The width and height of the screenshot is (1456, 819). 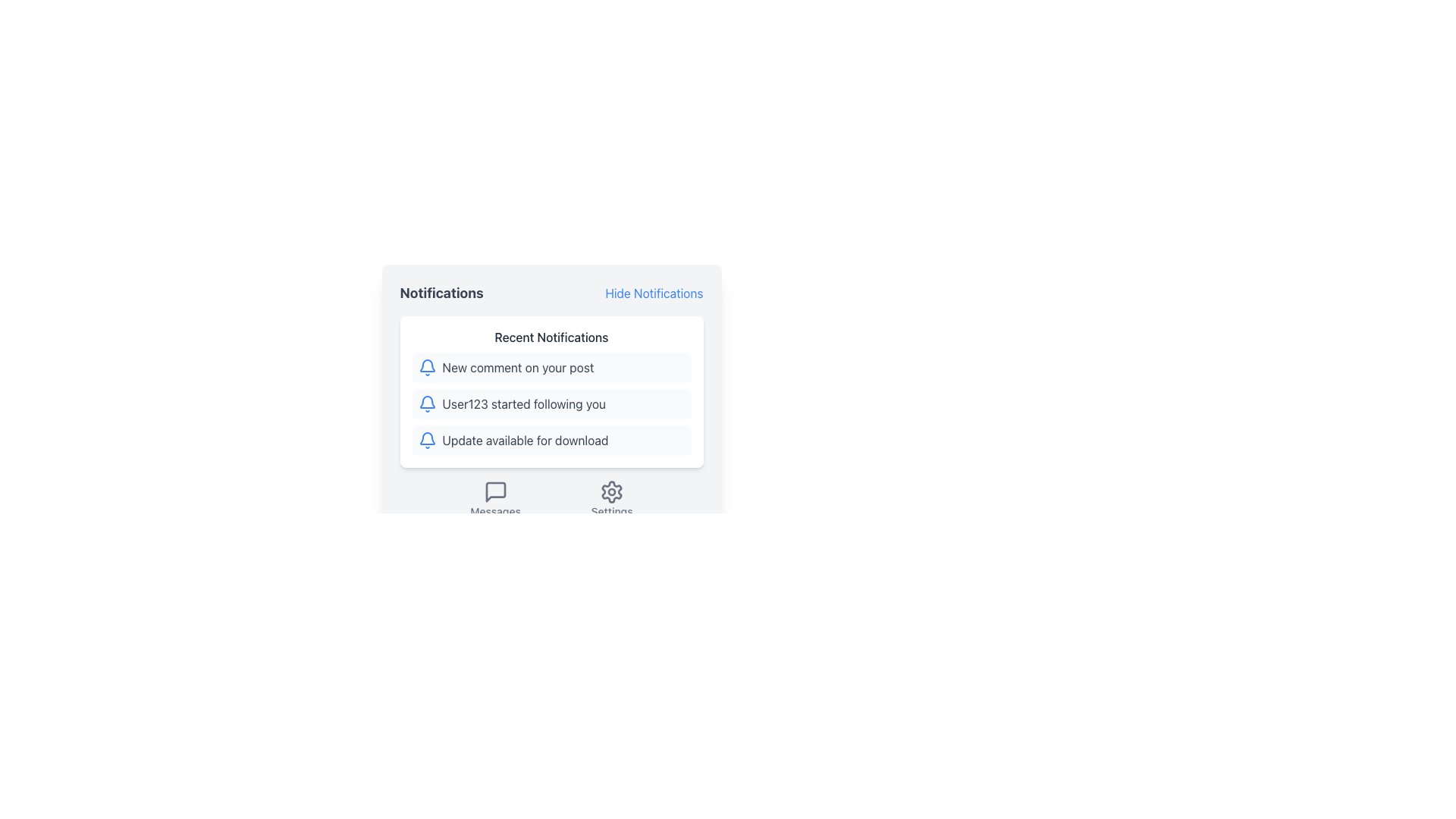 I want to click on the notification label indicating 'User123' has started following the user, located in the second row of the notification list, so click(x=524, y=403).